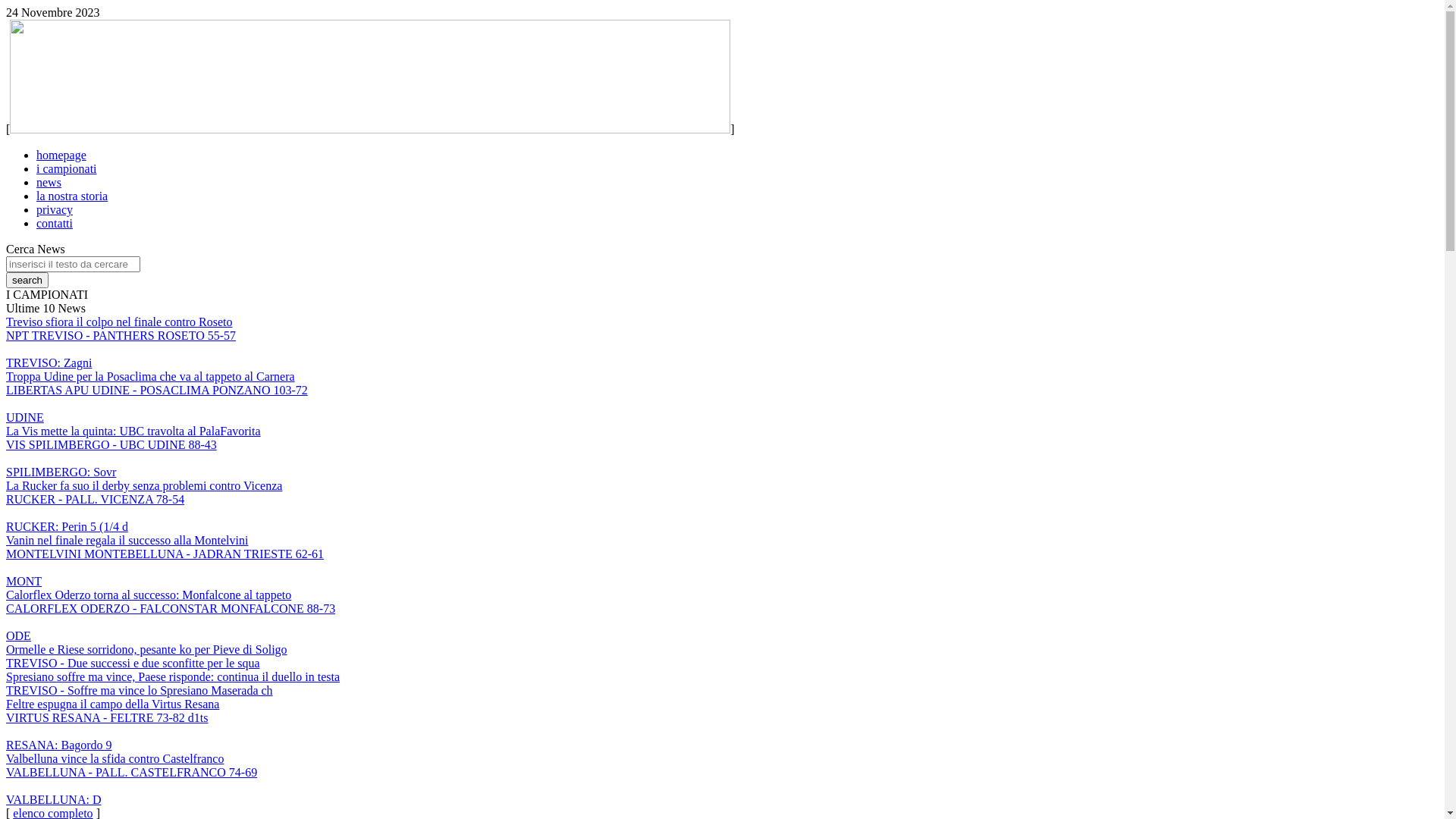 The width and height of the screenshot is (1456, 819). I want to click on 'Ormelle e Riese sorridono, pesante ko per Pieve di Soligo', so click(146, 648).